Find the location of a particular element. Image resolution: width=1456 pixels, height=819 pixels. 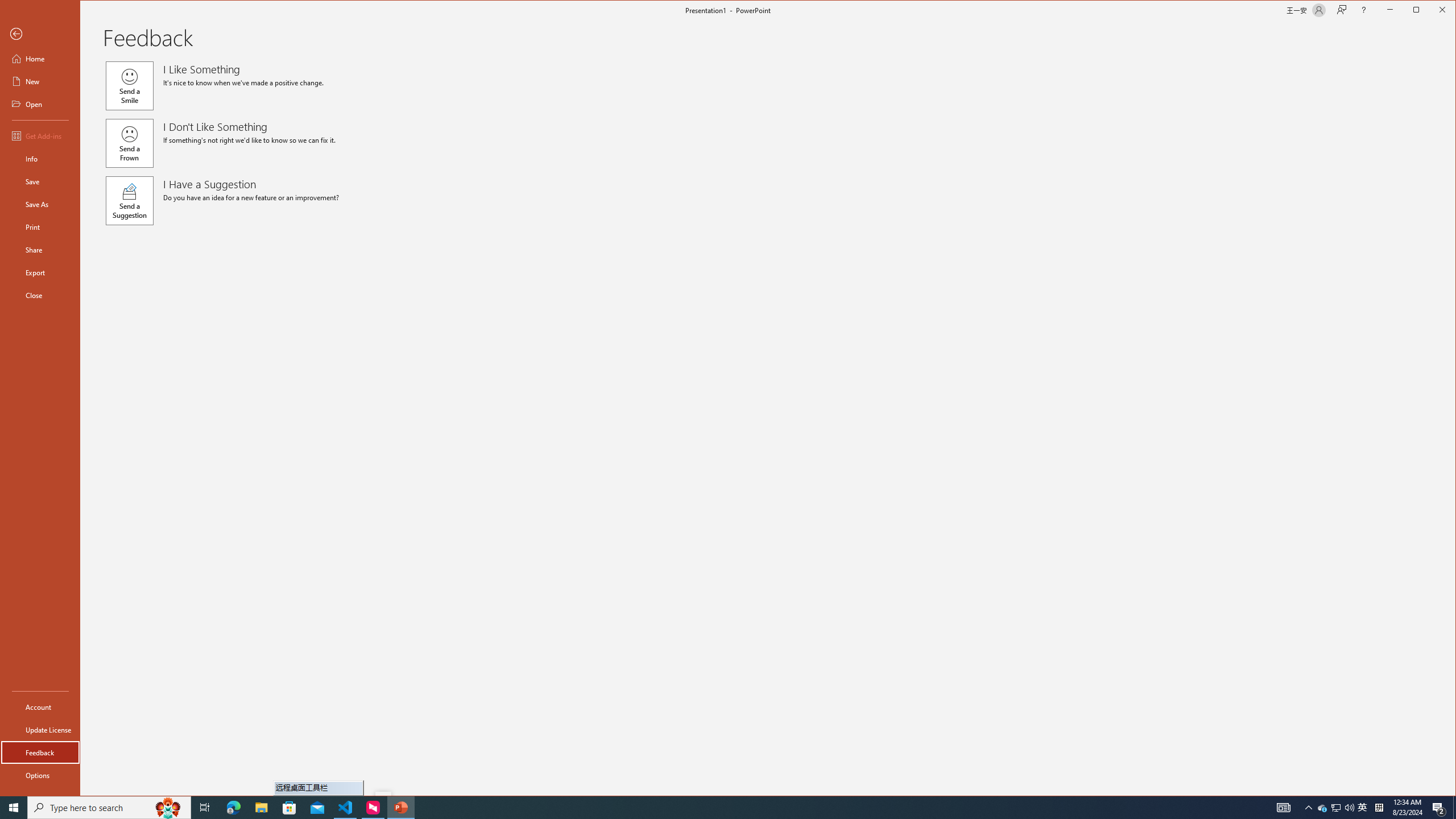

'Notification Chevron' is located at coordinates (1308, 806).